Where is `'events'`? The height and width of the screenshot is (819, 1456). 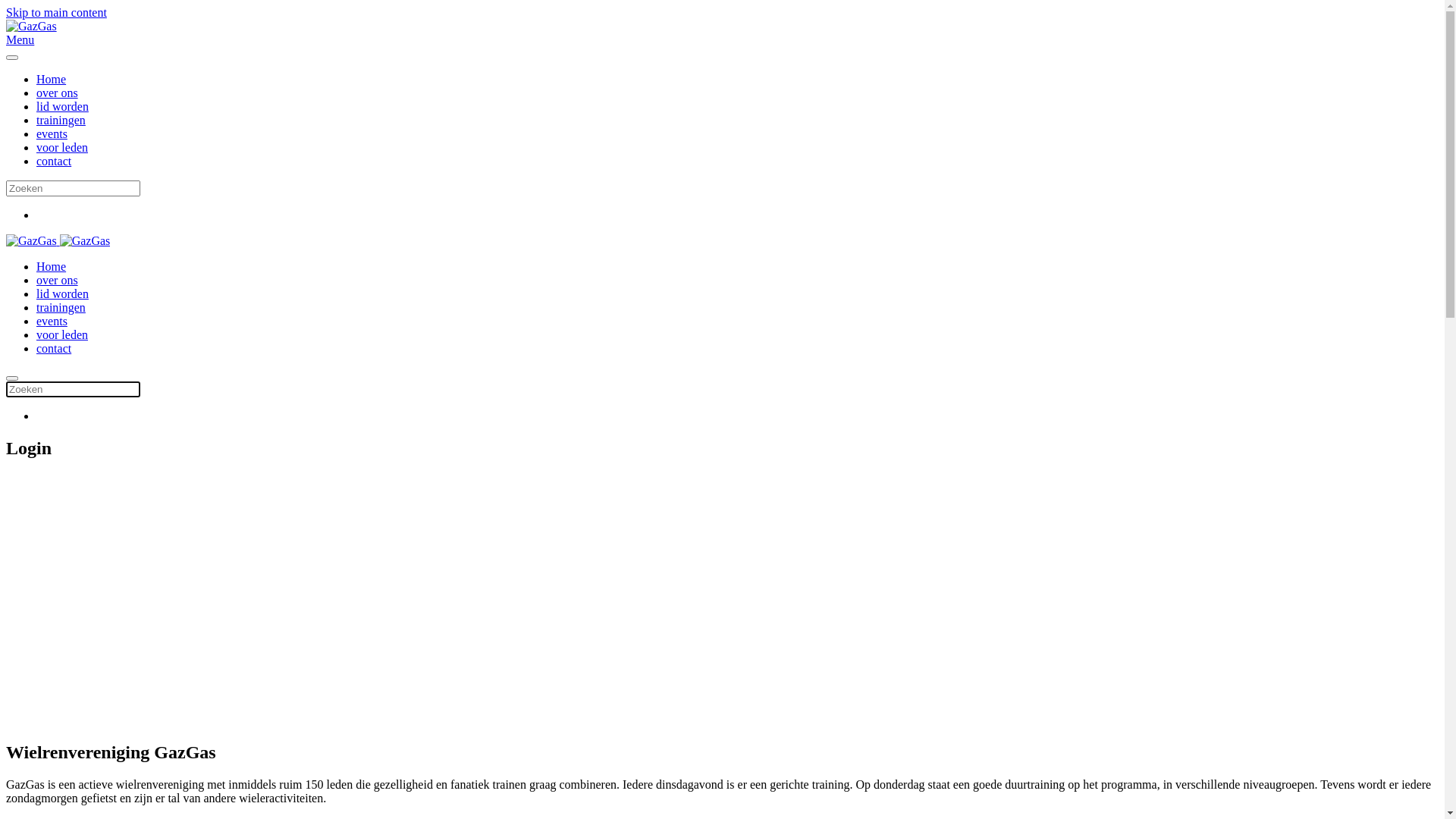 'events' is located at coordinates (52, 320).